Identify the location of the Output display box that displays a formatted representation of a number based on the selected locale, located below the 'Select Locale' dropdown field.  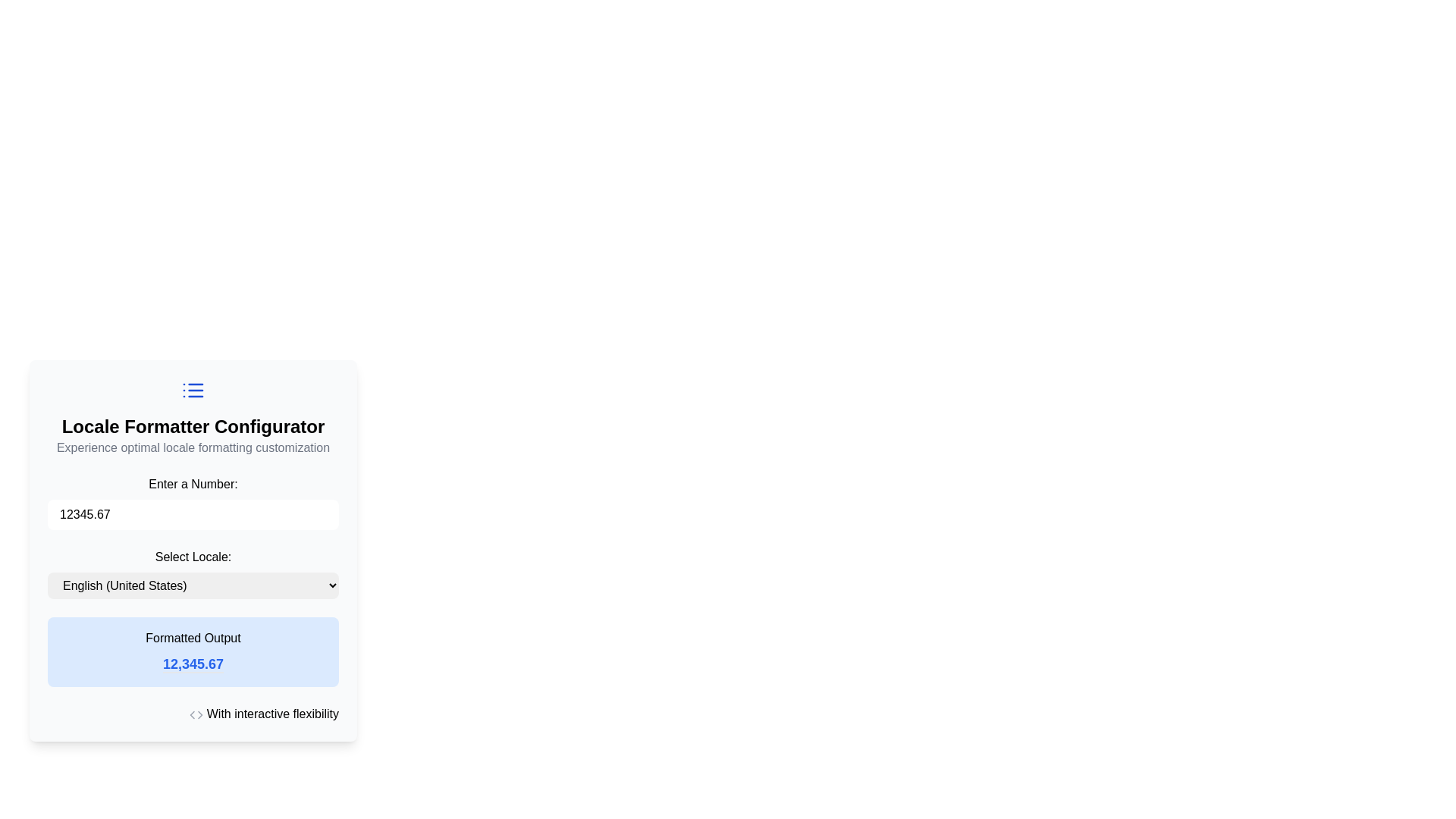
(192, 651).